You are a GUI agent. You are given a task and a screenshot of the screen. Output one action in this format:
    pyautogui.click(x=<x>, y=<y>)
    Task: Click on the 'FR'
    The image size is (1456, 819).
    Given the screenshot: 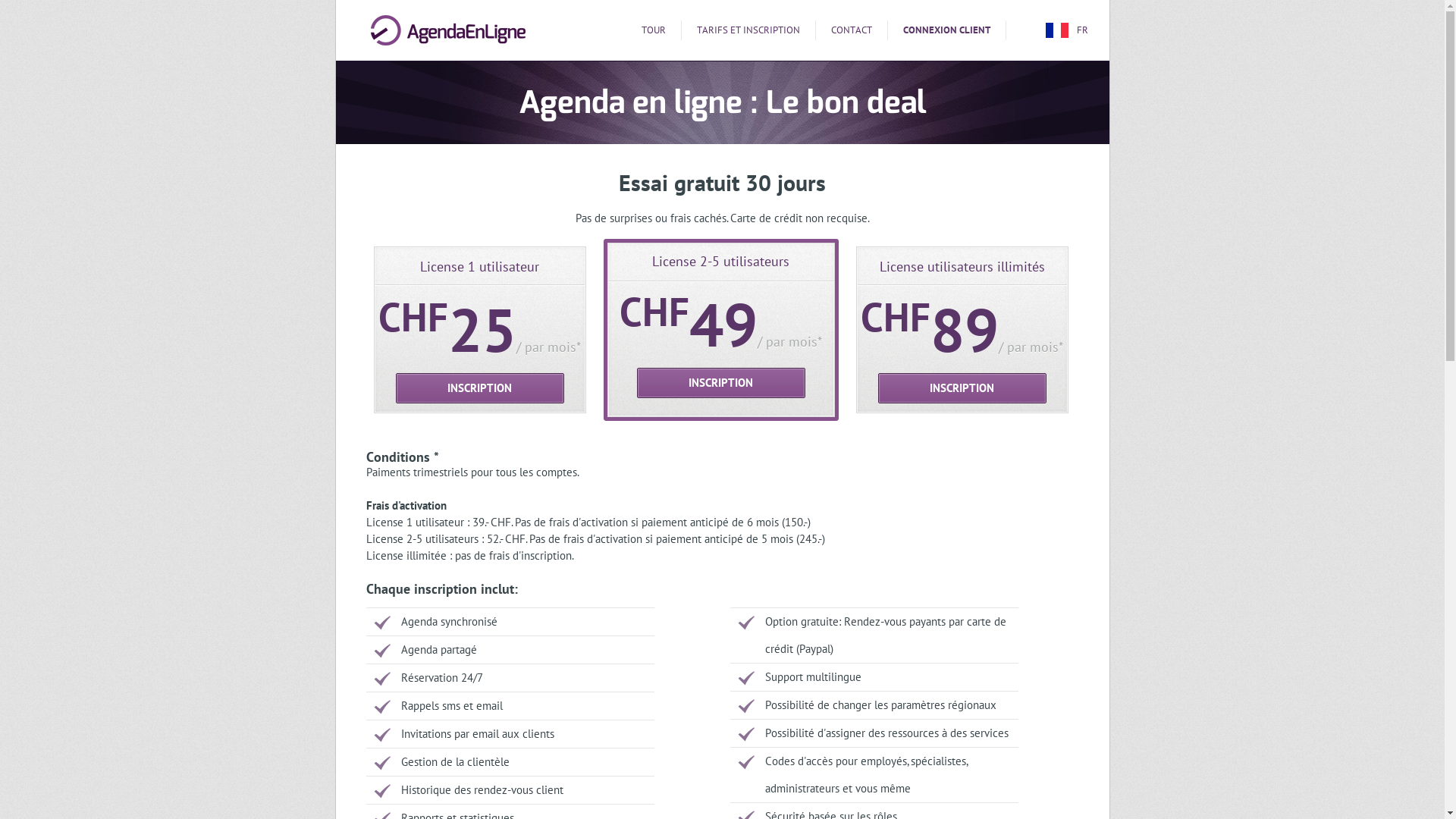 What is the action you would take?
    pyautogui.click(x=1043, y=30)
    